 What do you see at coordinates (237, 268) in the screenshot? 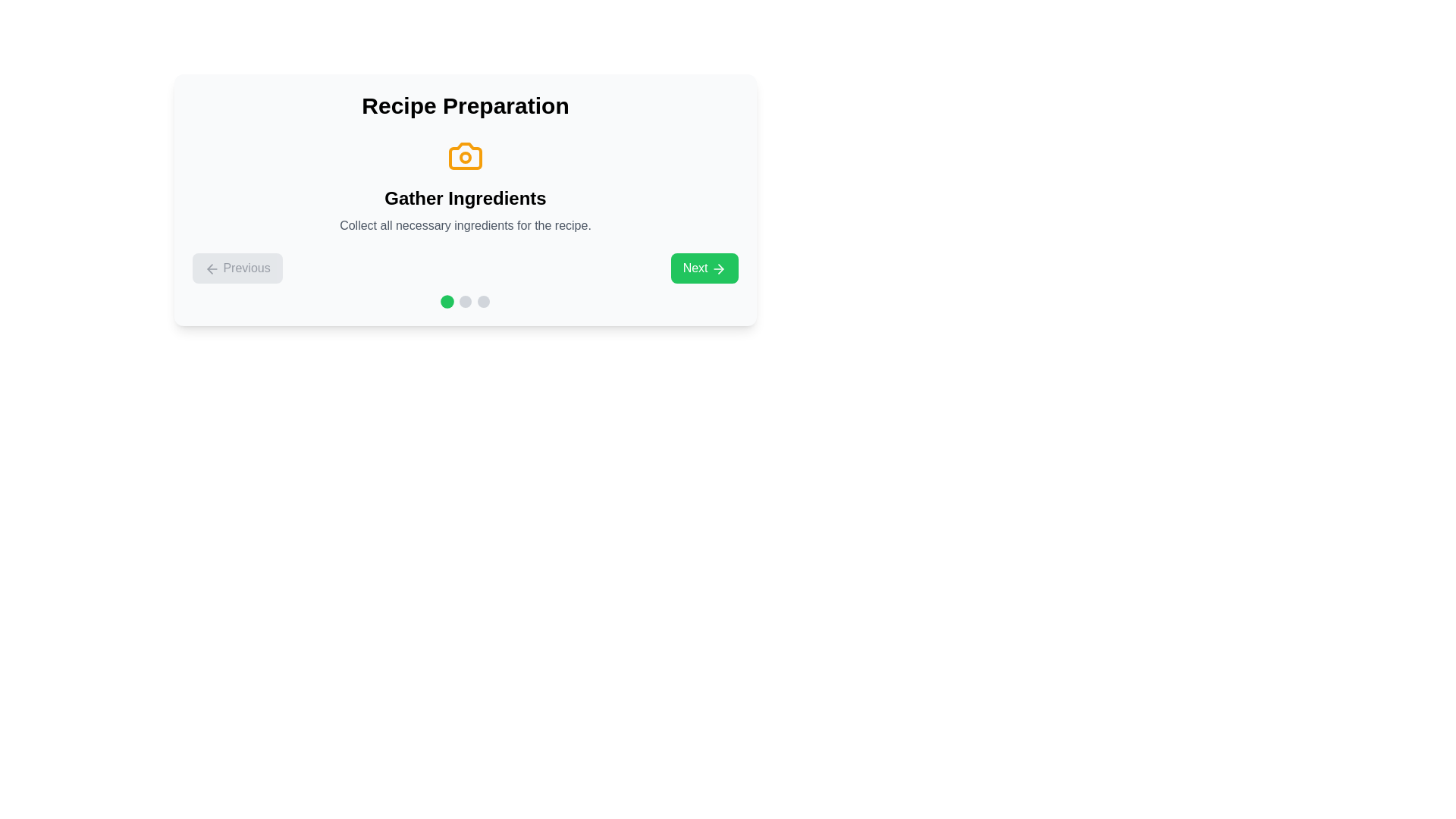
I see `the 'Previous' button, which is a rectangular button with rounded edges, a soft gray background, and a left-pointing arrow icon next to the text 'Previous'` at bounding box center [237, 268].